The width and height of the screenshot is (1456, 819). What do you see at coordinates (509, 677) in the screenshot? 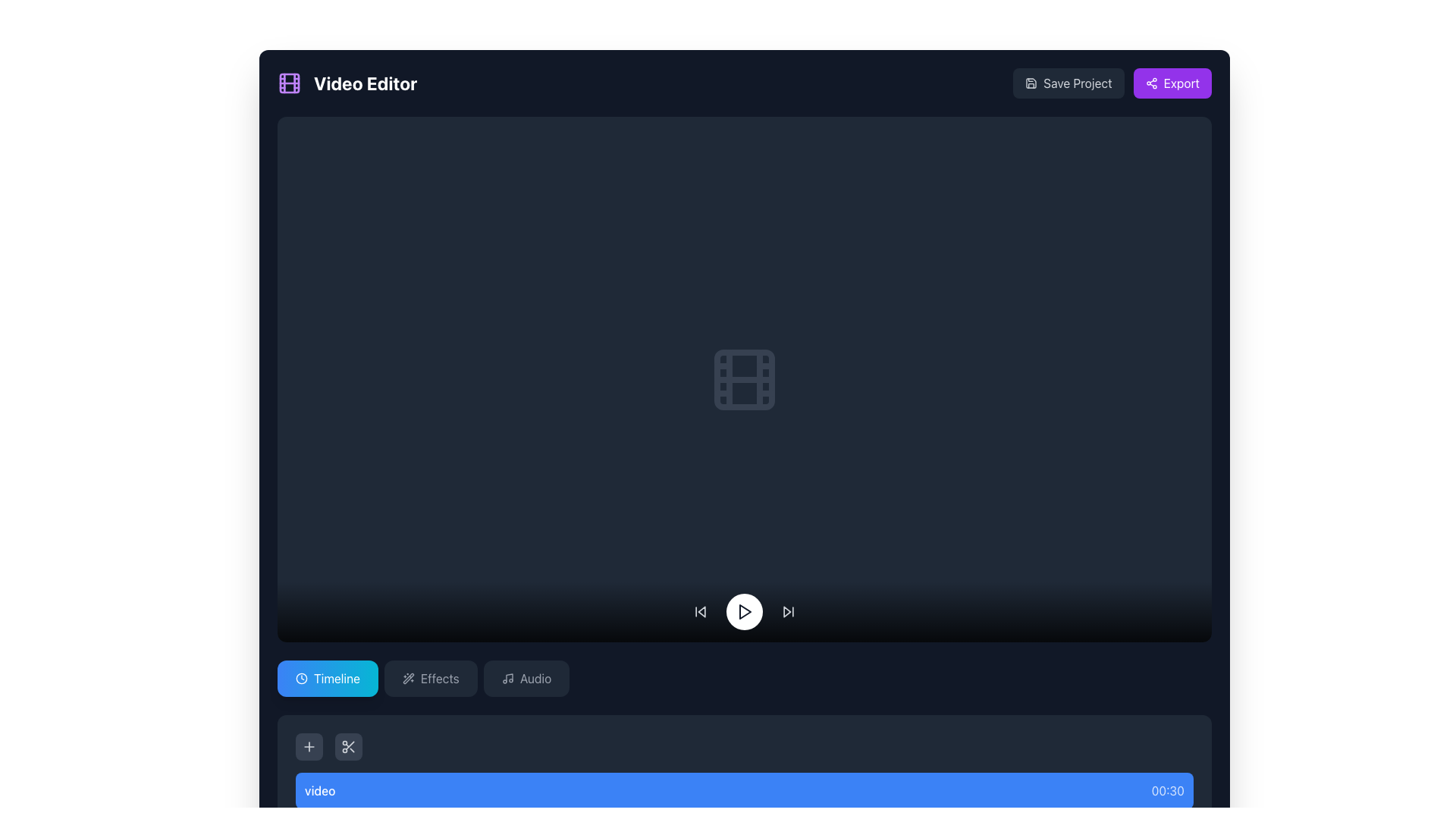
I see `the vertical line portion of the music icon located on the bottom interface bar` at bounding box center [509, 677].